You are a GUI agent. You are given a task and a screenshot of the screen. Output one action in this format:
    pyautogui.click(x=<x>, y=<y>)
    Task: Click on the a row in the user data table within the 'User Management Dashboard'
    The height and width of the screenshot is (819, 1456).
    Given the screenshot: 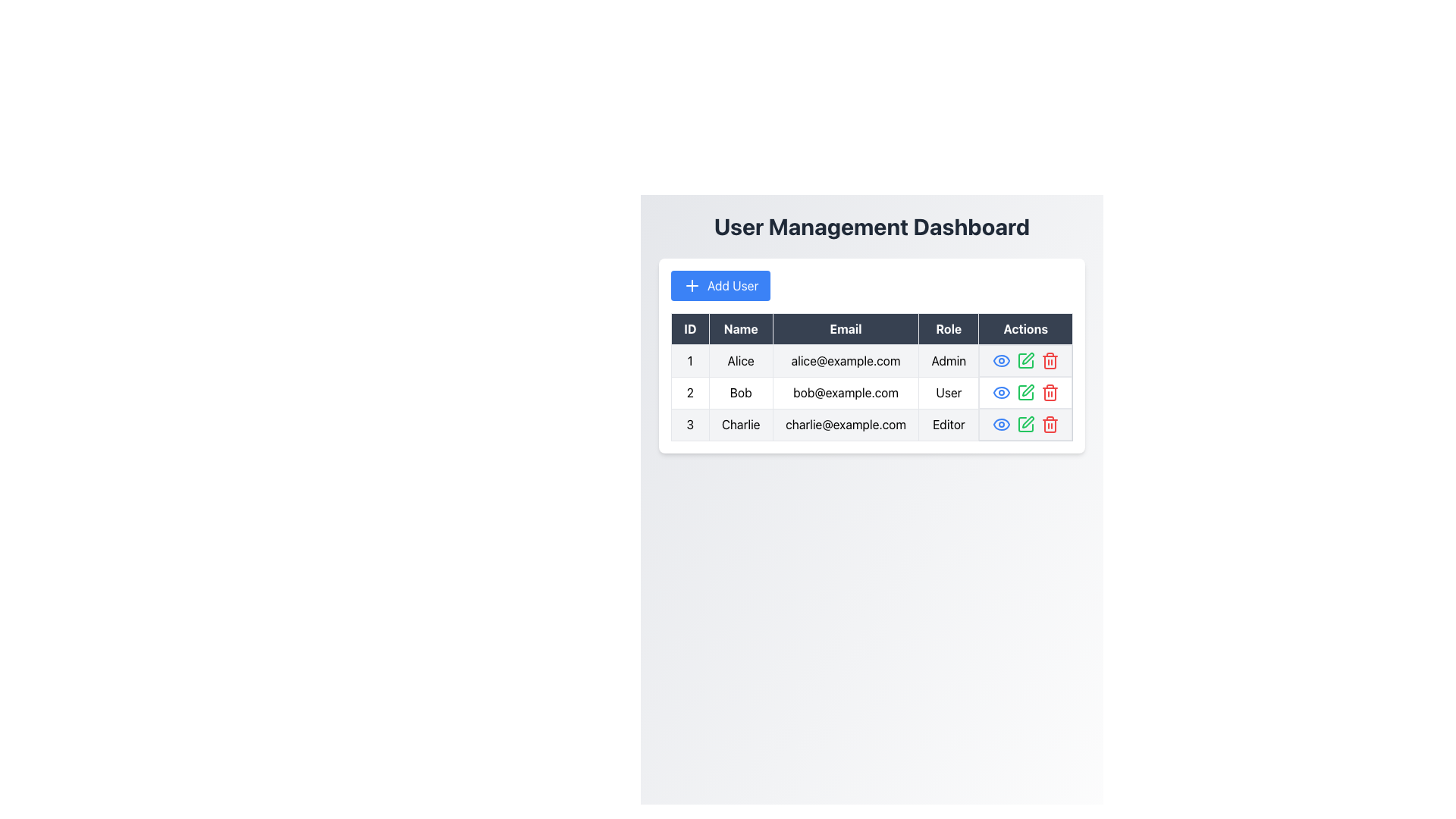 What is the action you would take?
    pyautogui.click(x=872, y=376)
    